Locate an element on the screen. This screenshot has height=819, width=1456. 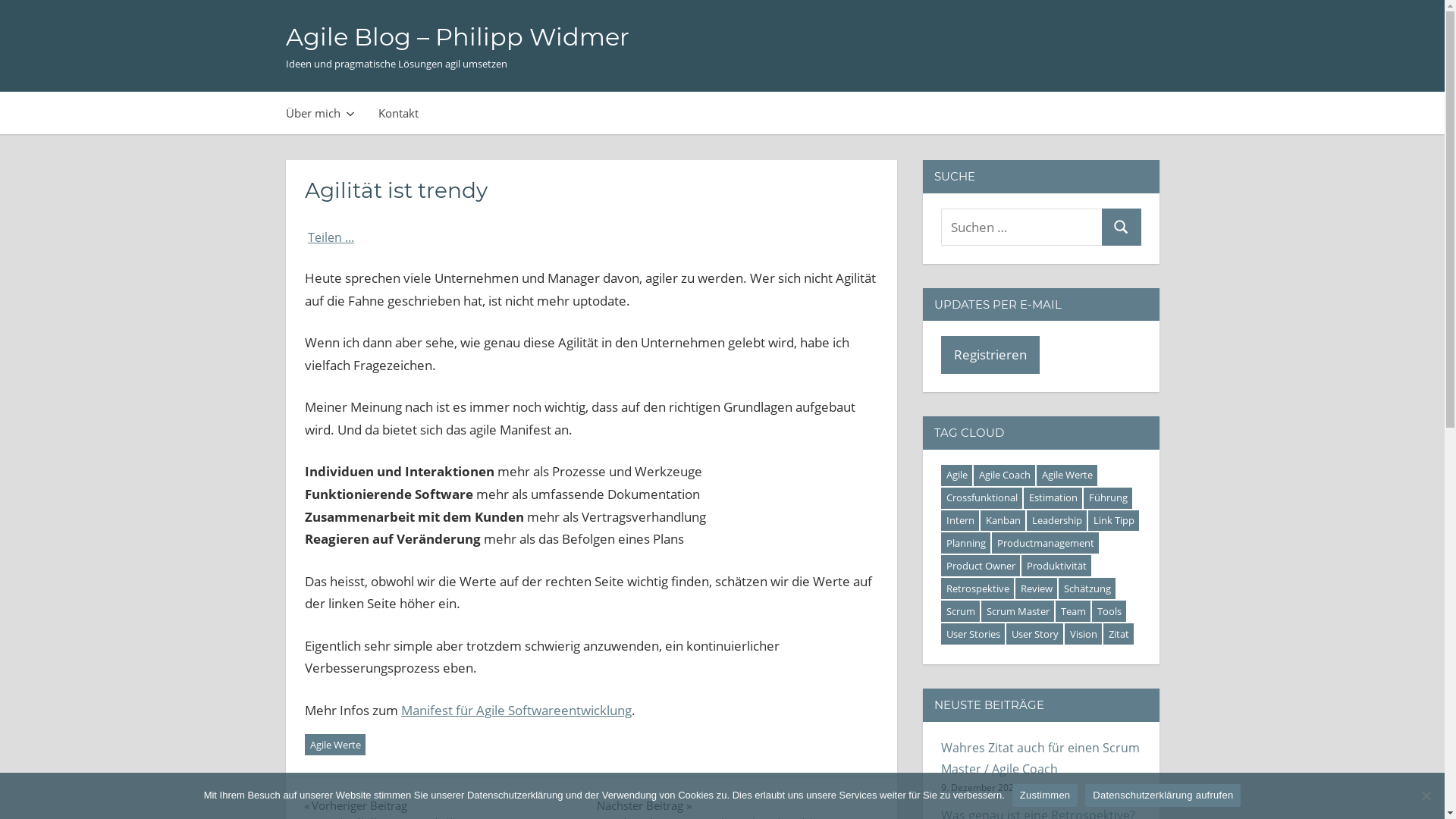
'Team' is located at coordinates (1072, 610).